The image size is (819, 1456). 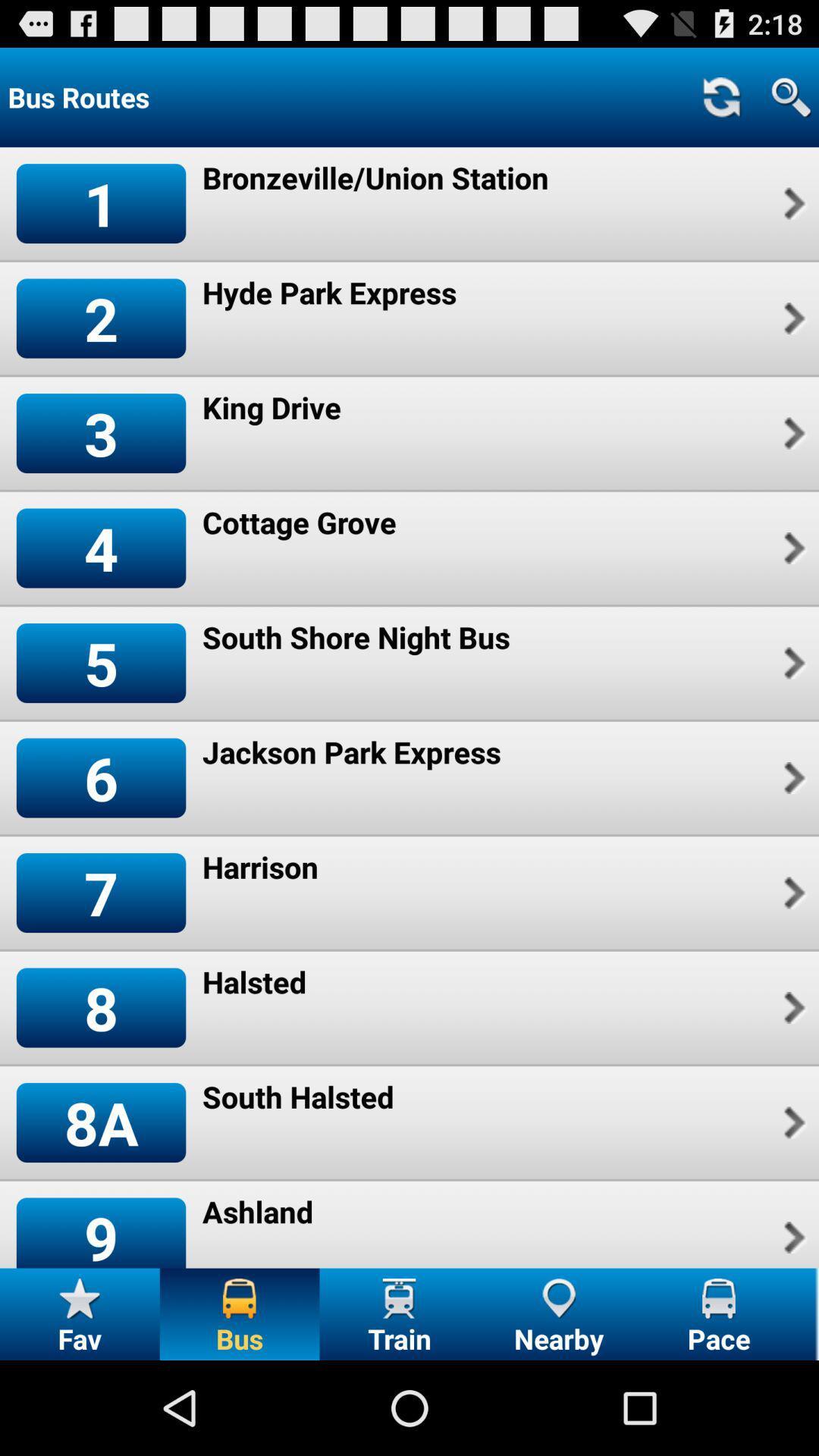 What do you see at coordinates (101, 893) in the screenshot?
I see `the item next to the harrison item` at bounding box center [101, 893].